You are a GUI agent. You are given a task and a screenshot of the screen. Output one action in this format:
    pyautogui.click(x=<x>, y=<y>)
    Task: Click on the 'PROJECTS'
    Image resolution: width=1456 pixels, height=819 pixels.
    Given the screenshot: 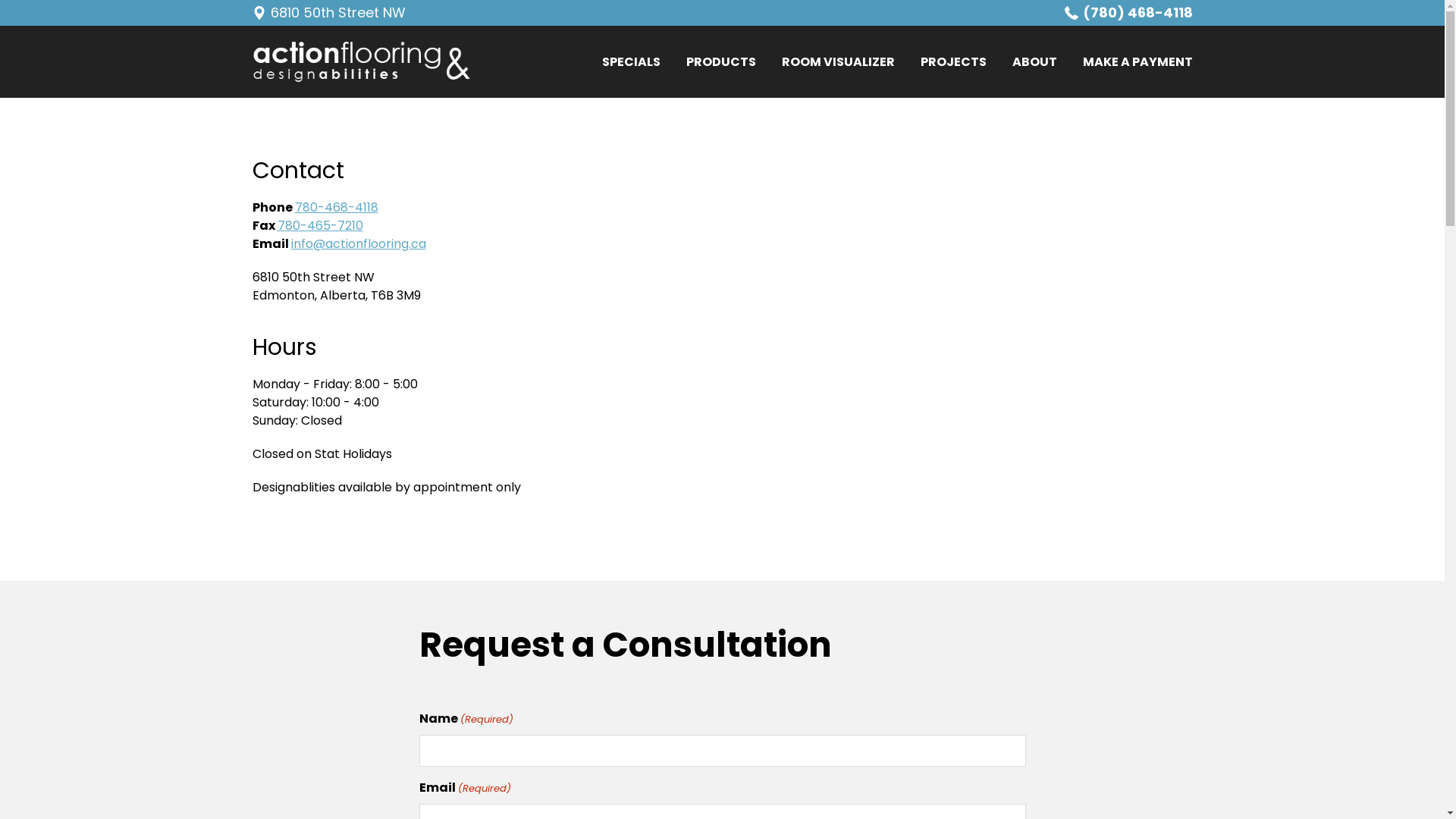 What is the action you would take?
    pyautogui.click(x=952, y=61)
    